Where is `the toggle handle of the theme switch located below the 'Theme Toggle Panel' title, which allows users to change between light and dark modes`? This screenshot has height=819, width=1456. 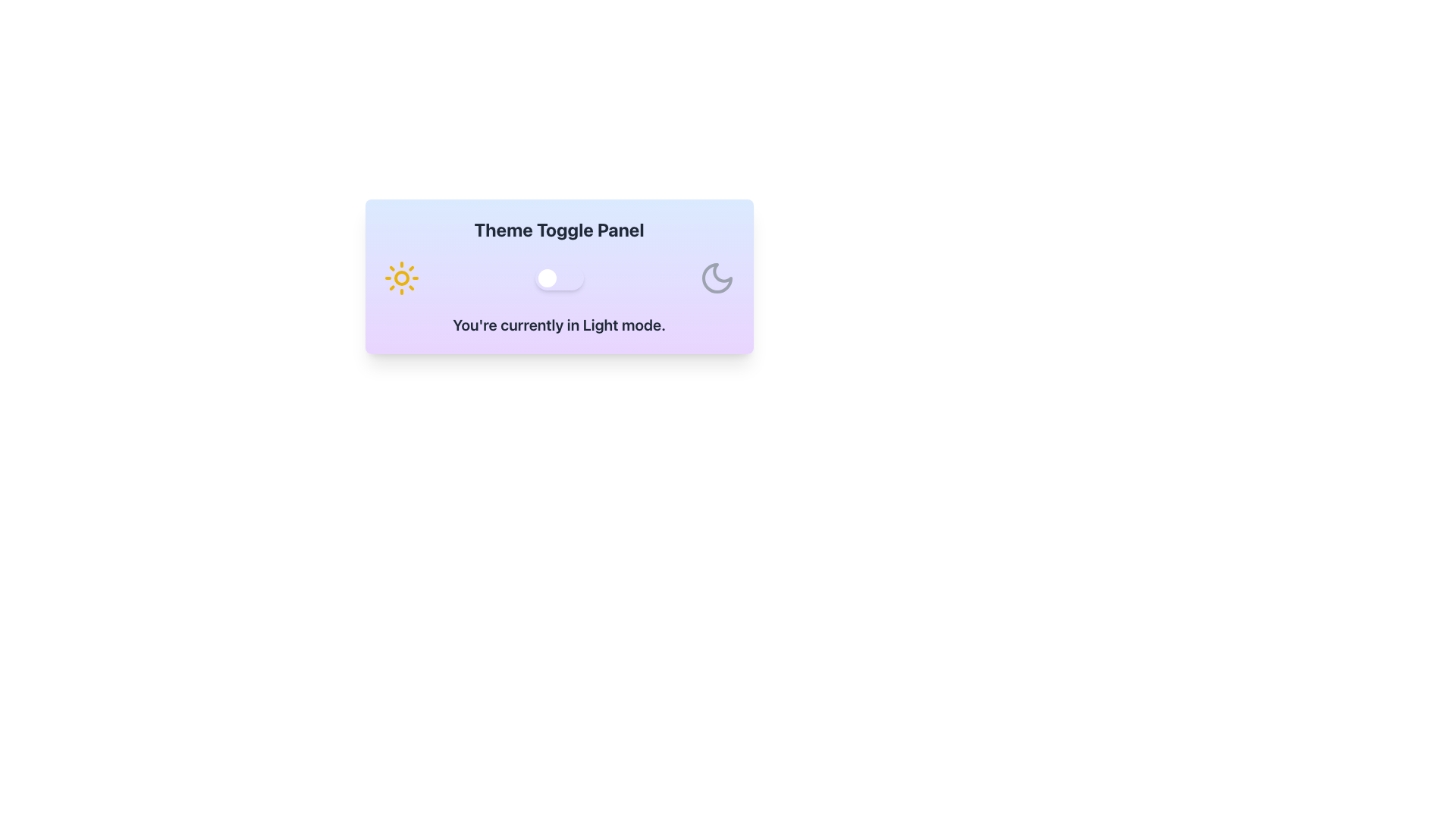
the toggle handle of the theme switch located below the 'Theme Toggle Panel' title, which allows users to change between light and dark modes is located at coordinates (546, 278).